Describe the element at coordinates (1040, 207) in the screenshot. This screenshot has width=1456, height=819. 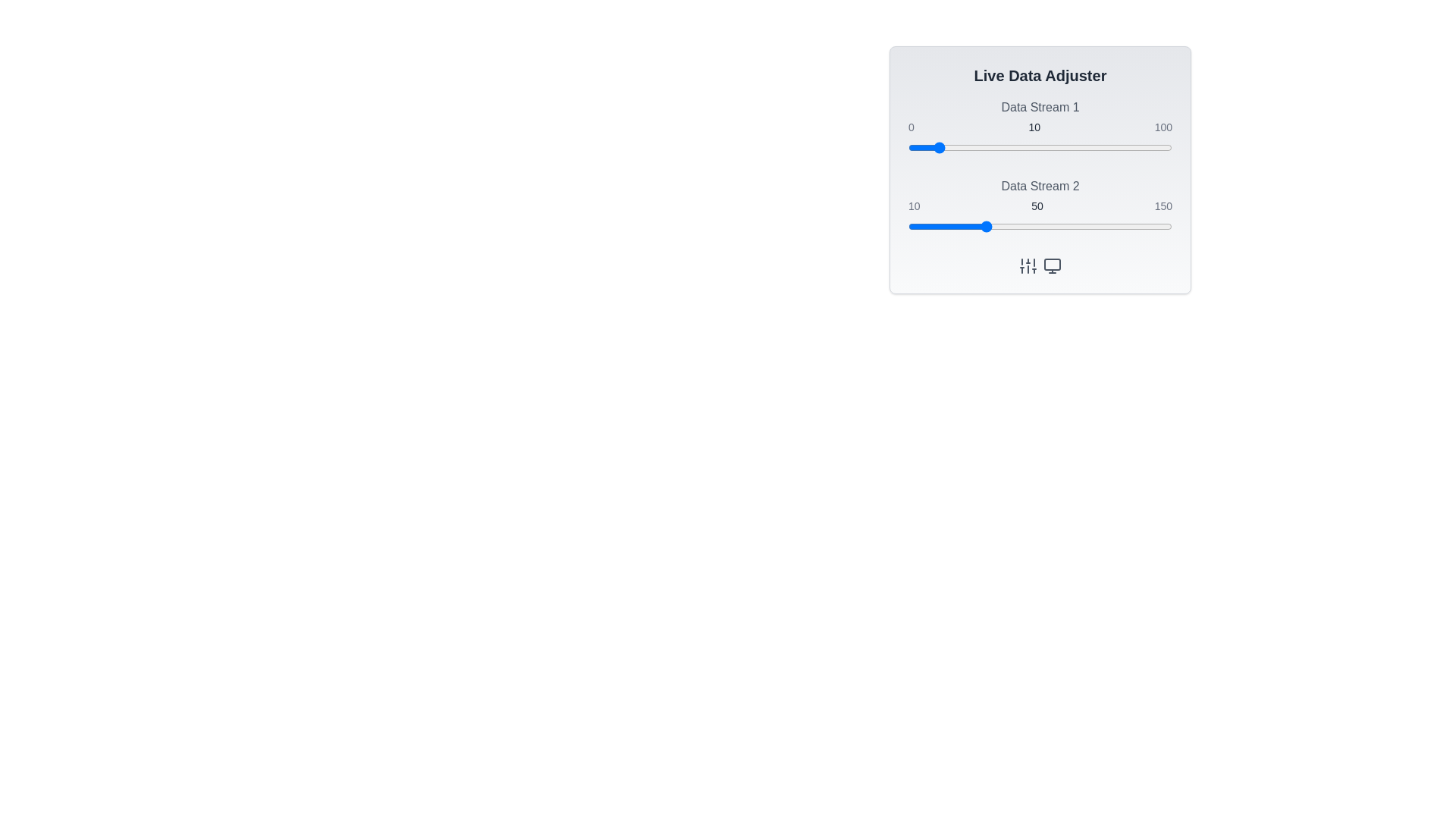
I see `the Interactive range slider labeled 'Data Stream 2' at its center position to adjust its value` at that location.